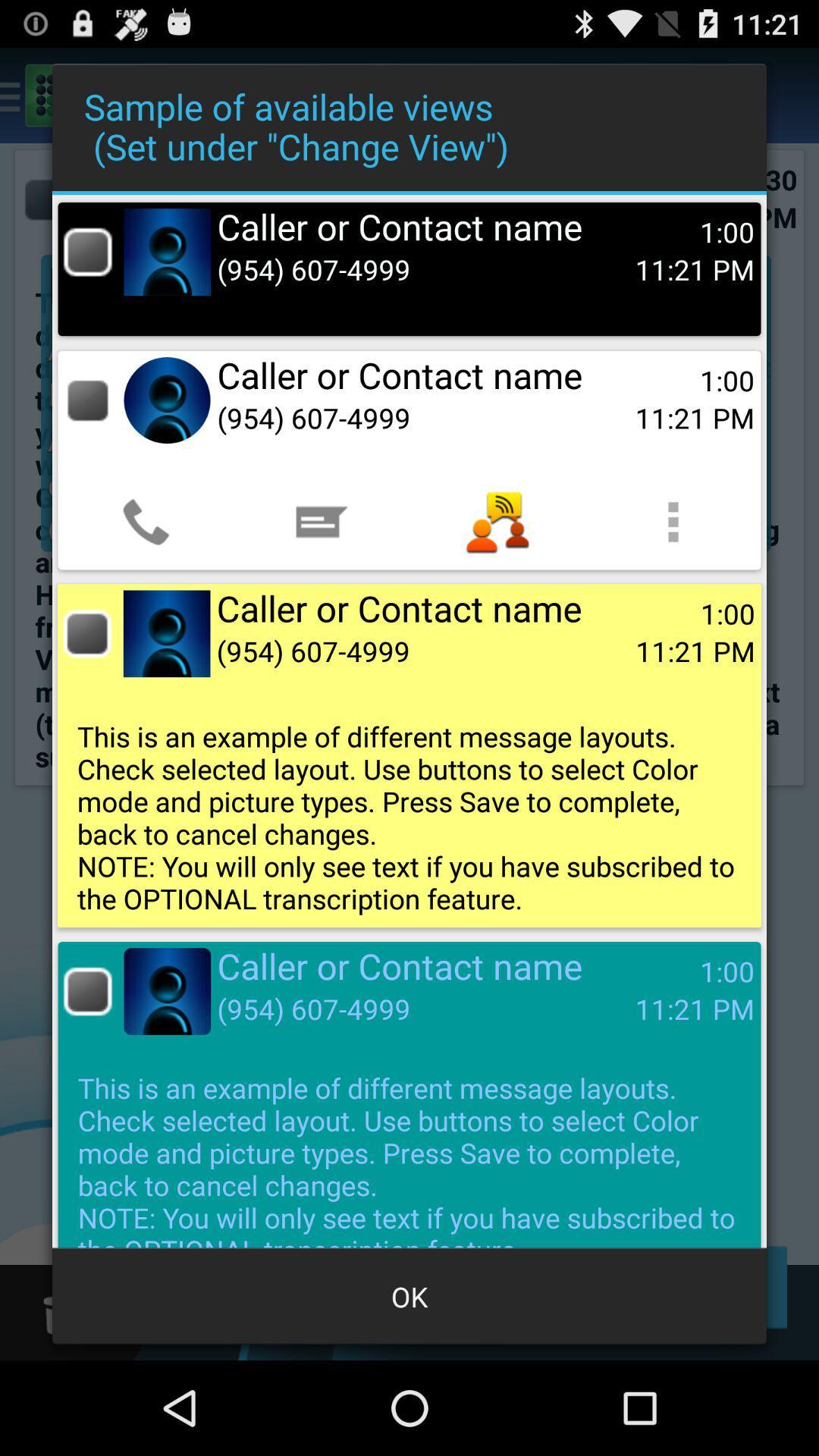 The image size is (819, 1456). I want to click on end call, so click(87, 991).